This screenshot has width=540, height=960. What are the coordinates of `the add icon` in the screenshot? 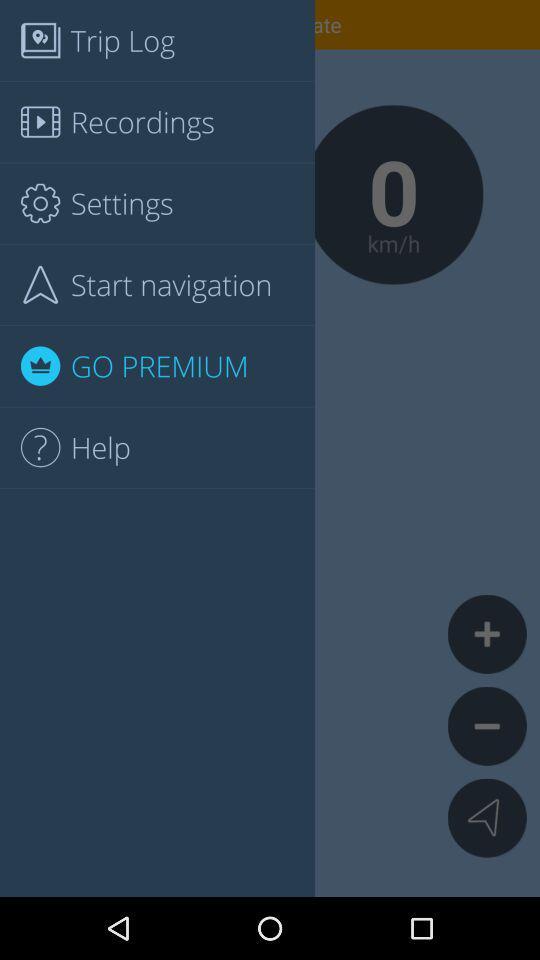 It's located at (486, 633).